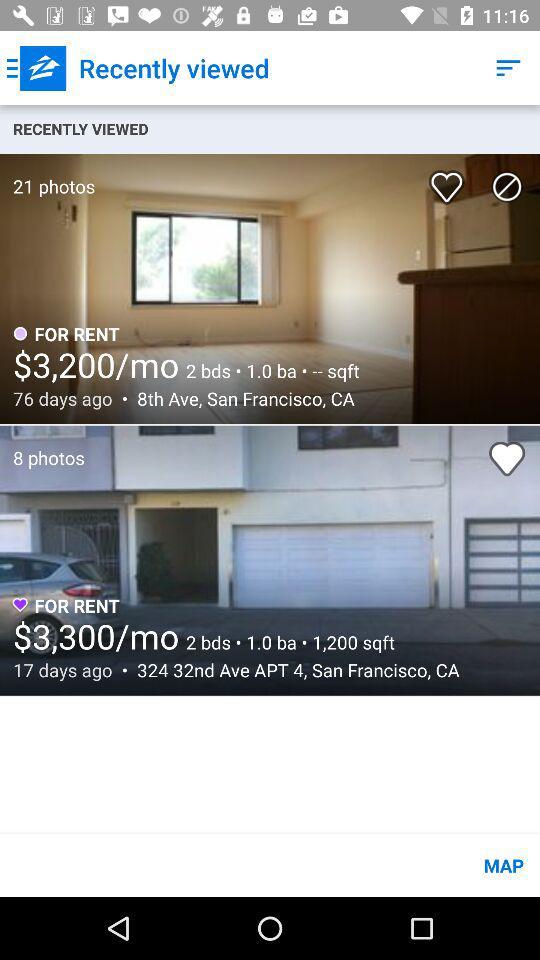  Describe the element at coordinates (507, 458) in the screenshot. I see `item on the right` at that location.